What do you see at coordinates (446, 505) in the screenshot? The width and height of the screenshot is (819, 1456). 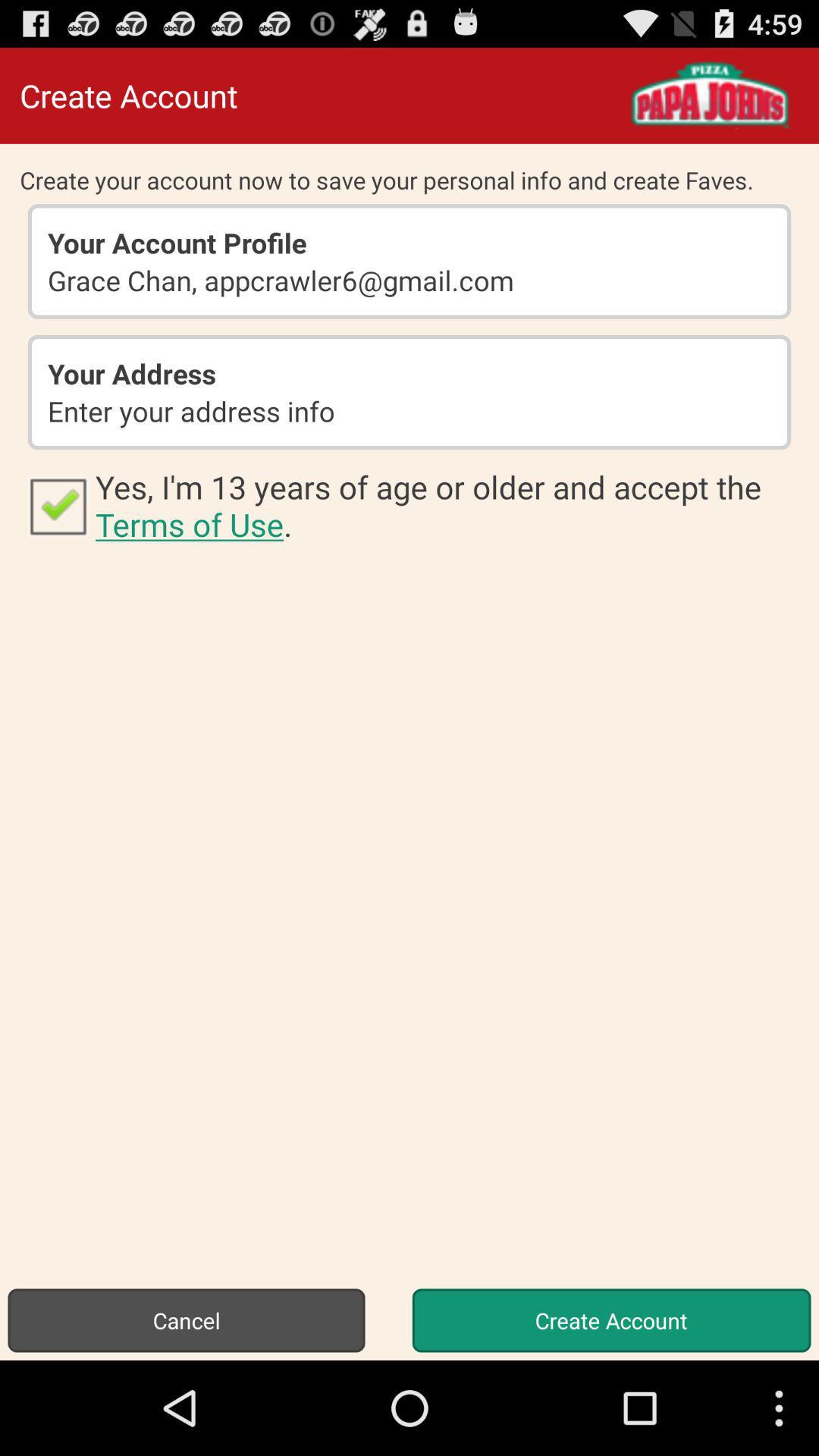 I see `the yes i m` at bounding box center [446, 505].